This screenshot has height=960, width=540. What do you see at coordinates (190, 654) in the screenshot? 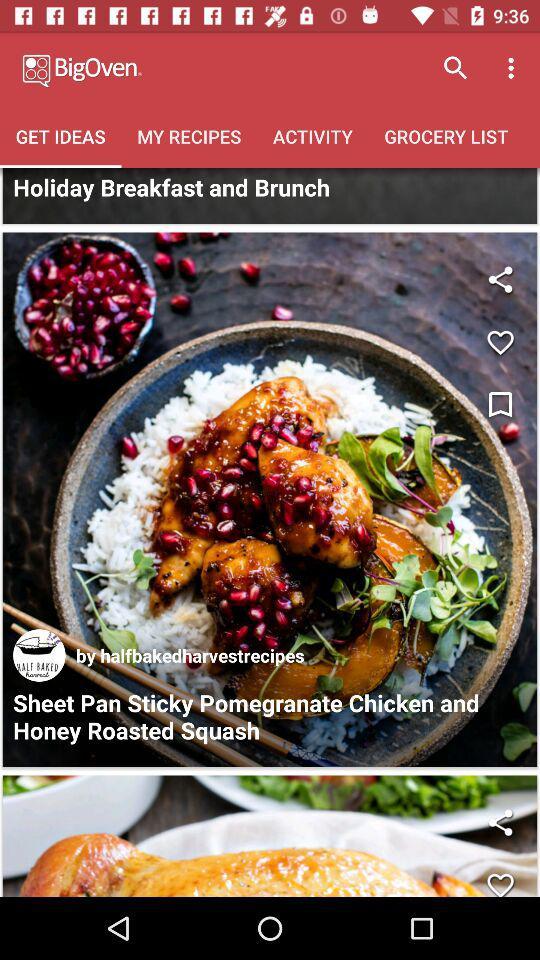
I see `the text by halfbakedharvestrecipes` at bounding box center [190, 654].